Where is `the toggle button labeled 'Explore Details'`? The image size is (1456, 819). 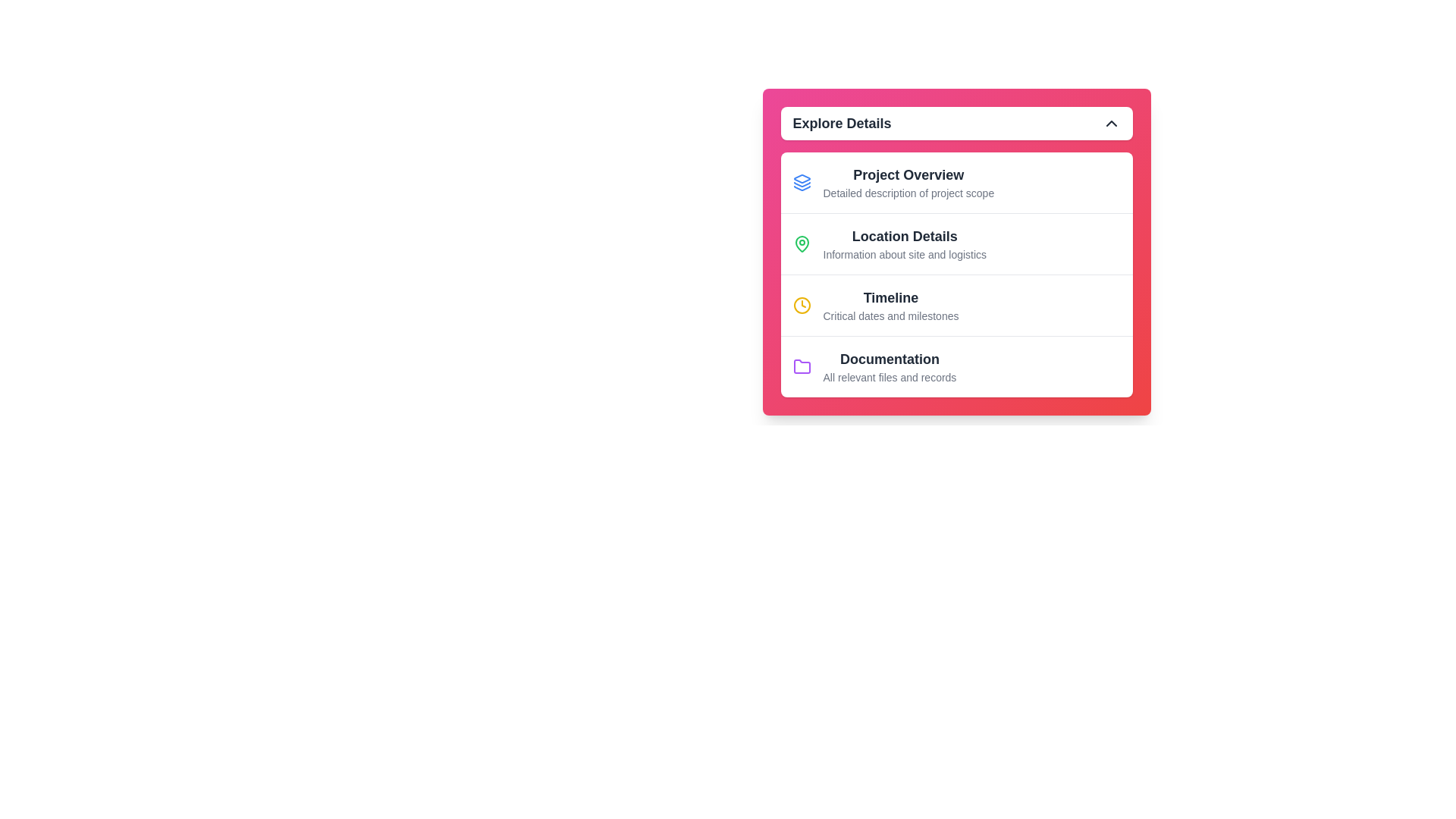
the toggle button labeled 'Explore Details' is located at coordinates (955, 122).